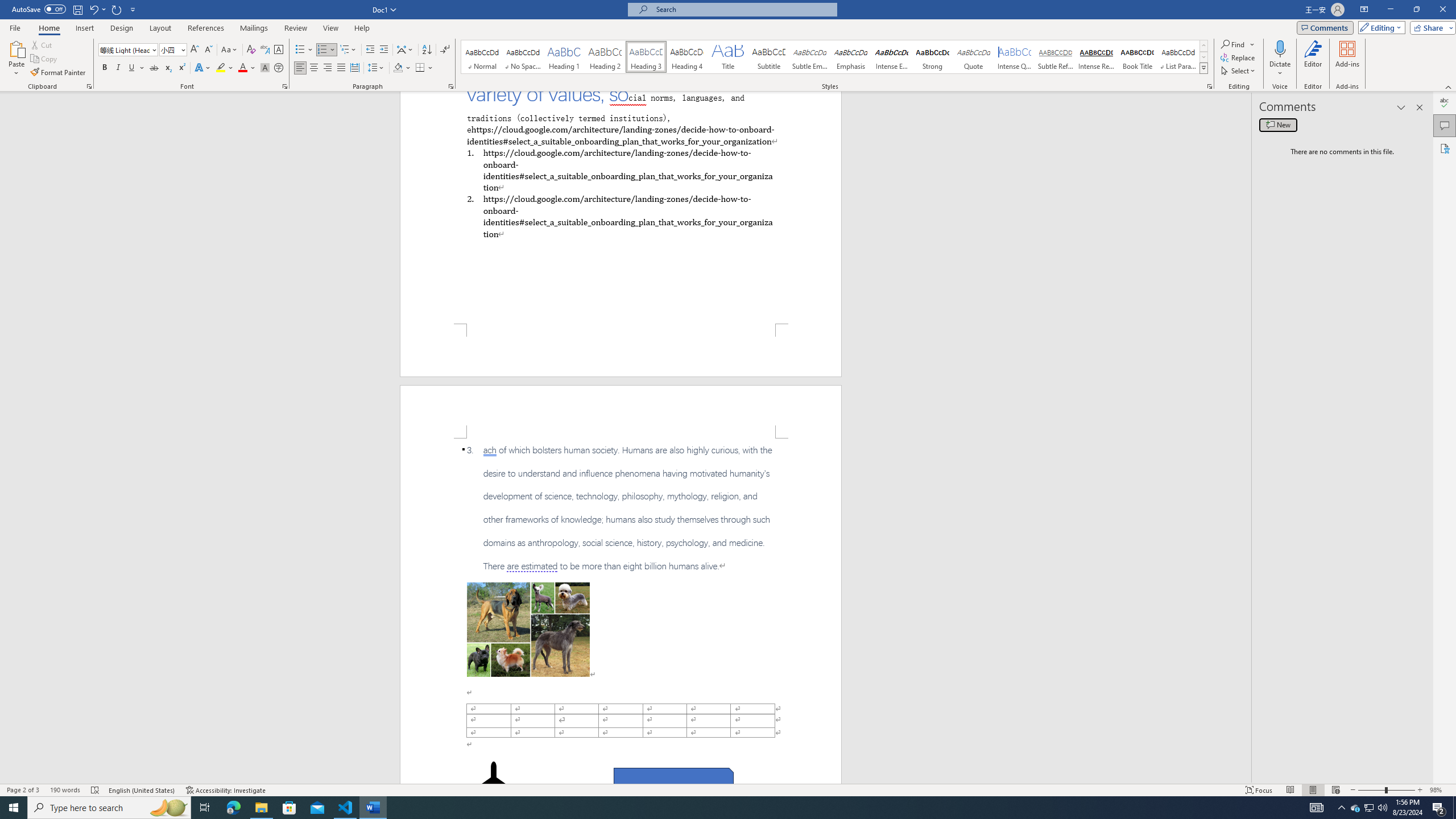 The width and height of the screenshot is (1456, 819). What do you see at coordinates (1277, 124) in the screenshot?
I see `'New comment'` at bounding box center [1277, 124].